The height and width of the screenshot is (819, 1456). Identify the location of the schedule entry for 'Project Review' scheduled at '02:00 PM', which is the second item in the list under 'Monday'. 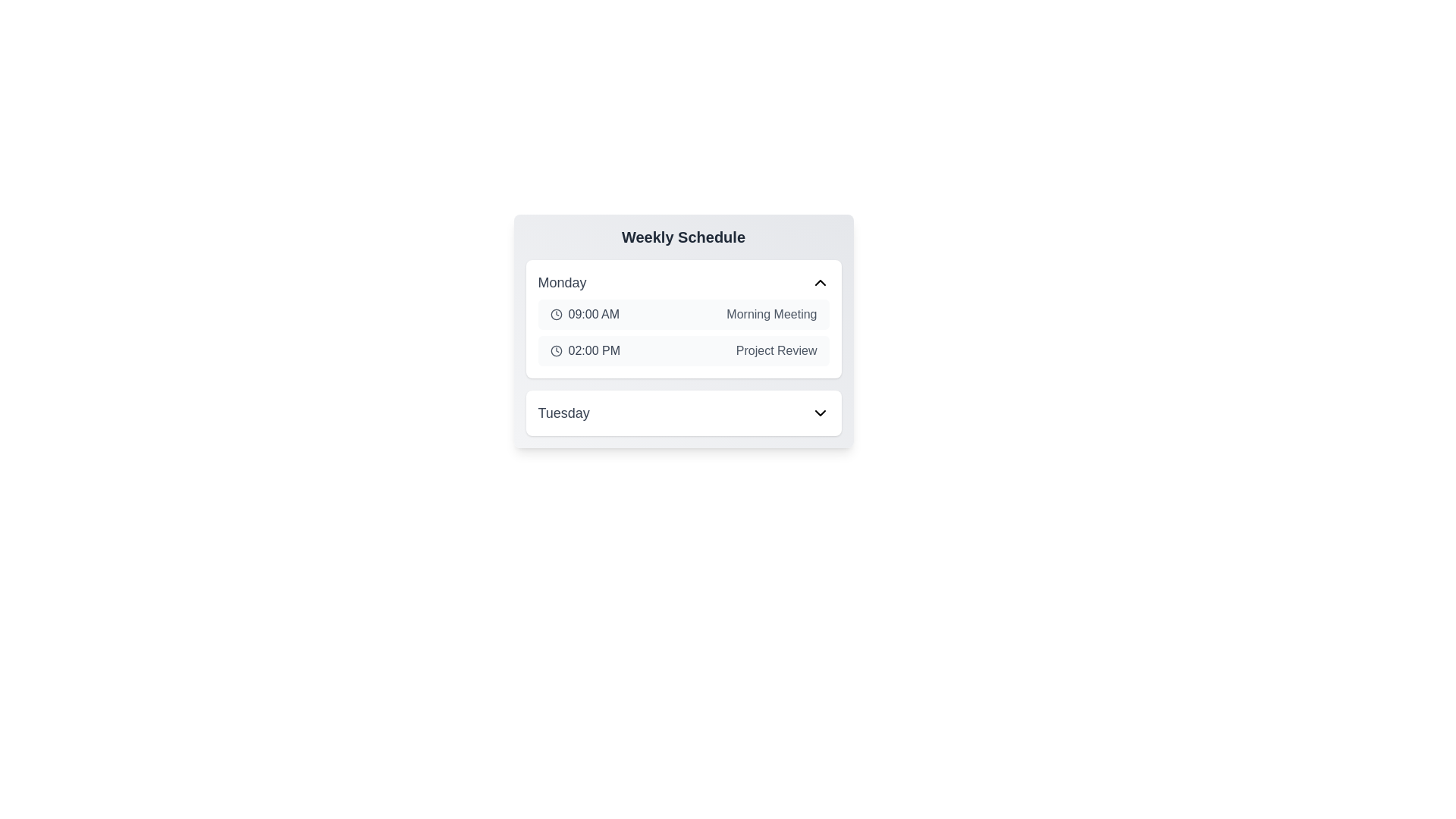
(682, 350).